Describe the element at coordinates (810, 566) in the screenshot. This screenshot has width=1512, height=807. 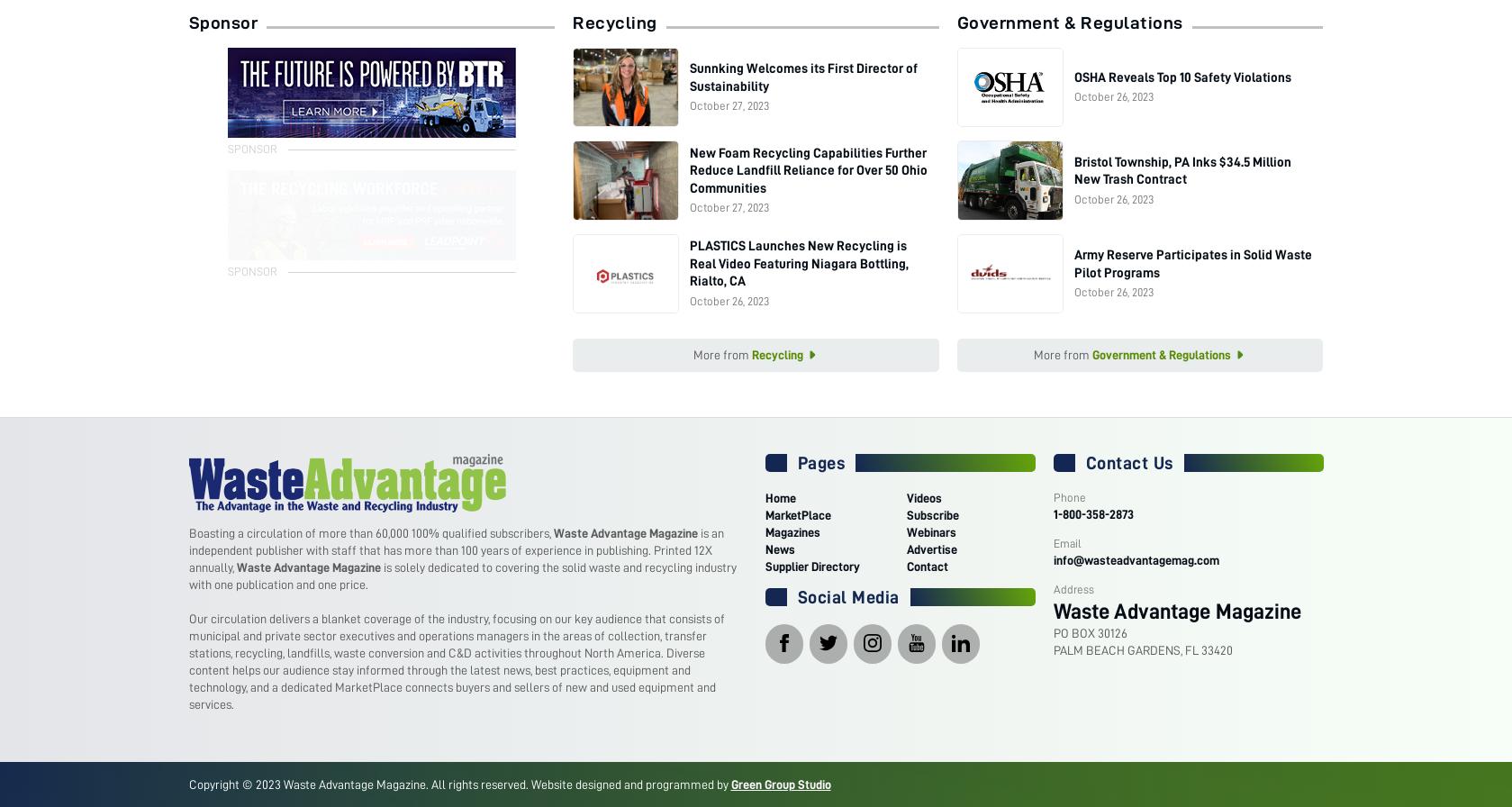
I see `'Supplier Directory'` at that location.